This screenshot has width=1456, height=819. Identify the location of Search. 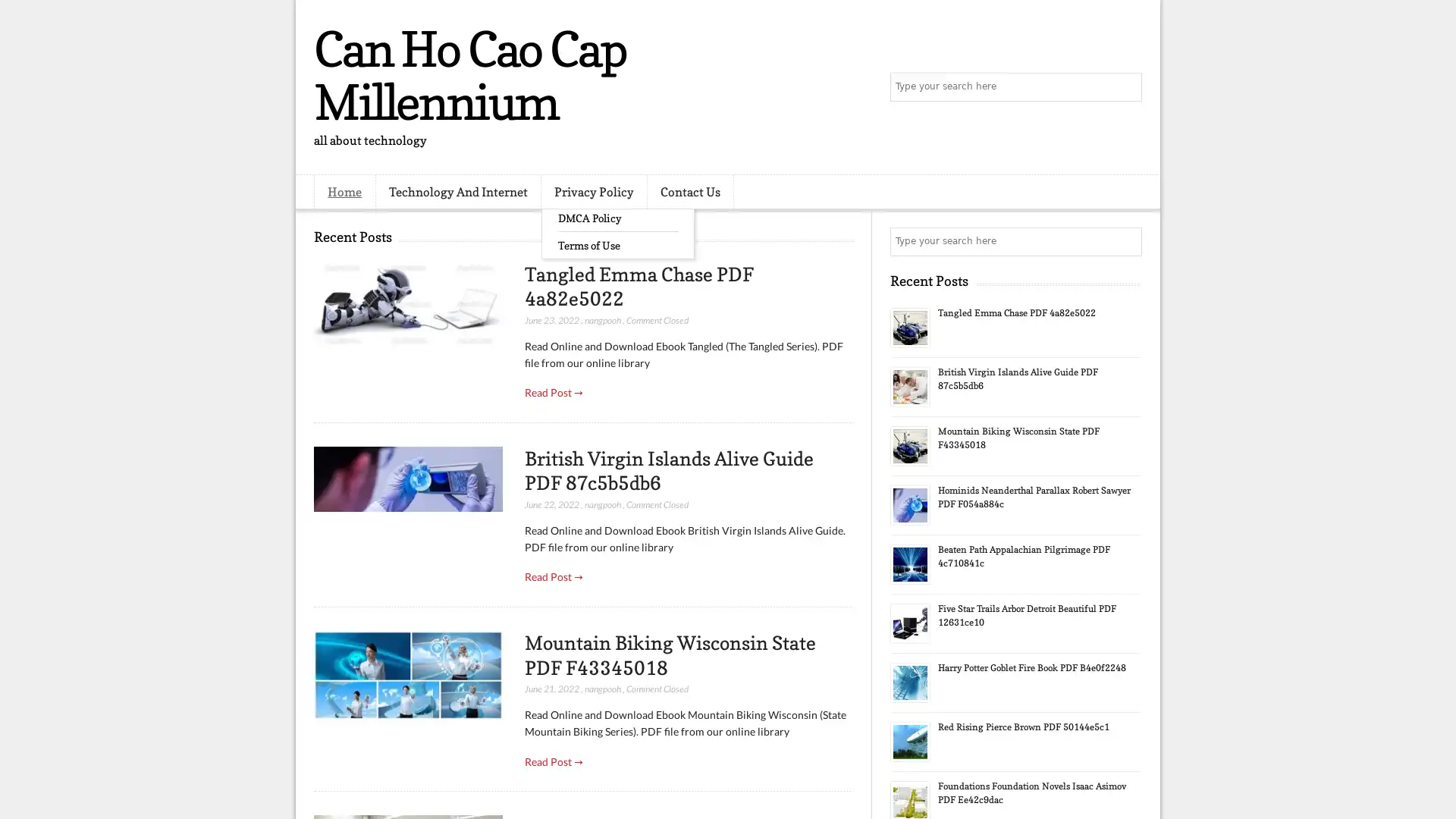
(1126, 241).